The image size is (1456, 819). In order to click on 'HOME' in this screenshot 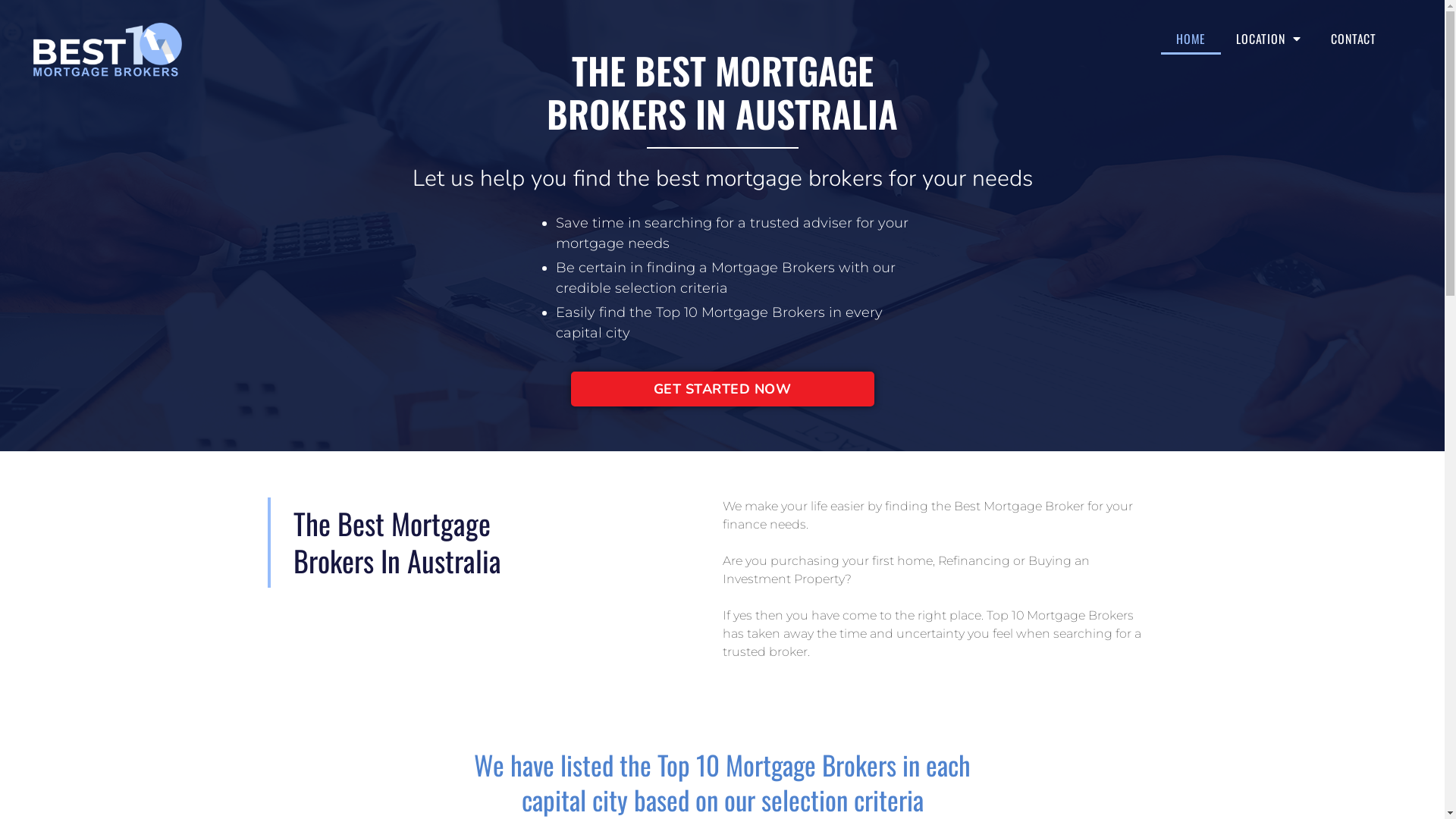, I will do `click(1190, 37)`.